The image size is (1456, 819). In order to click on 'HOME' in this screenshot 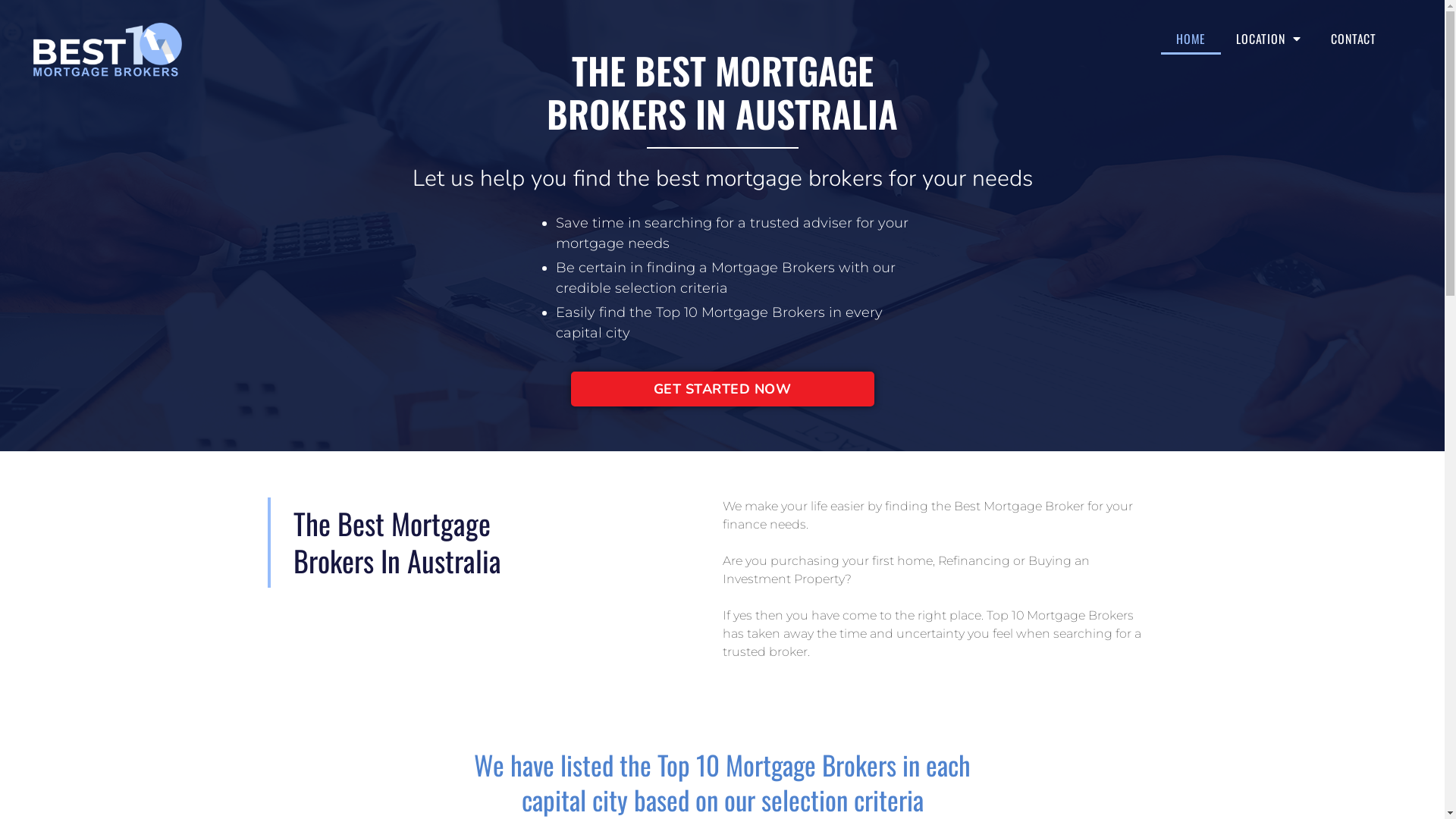, I will do `click(1190, 37)`.